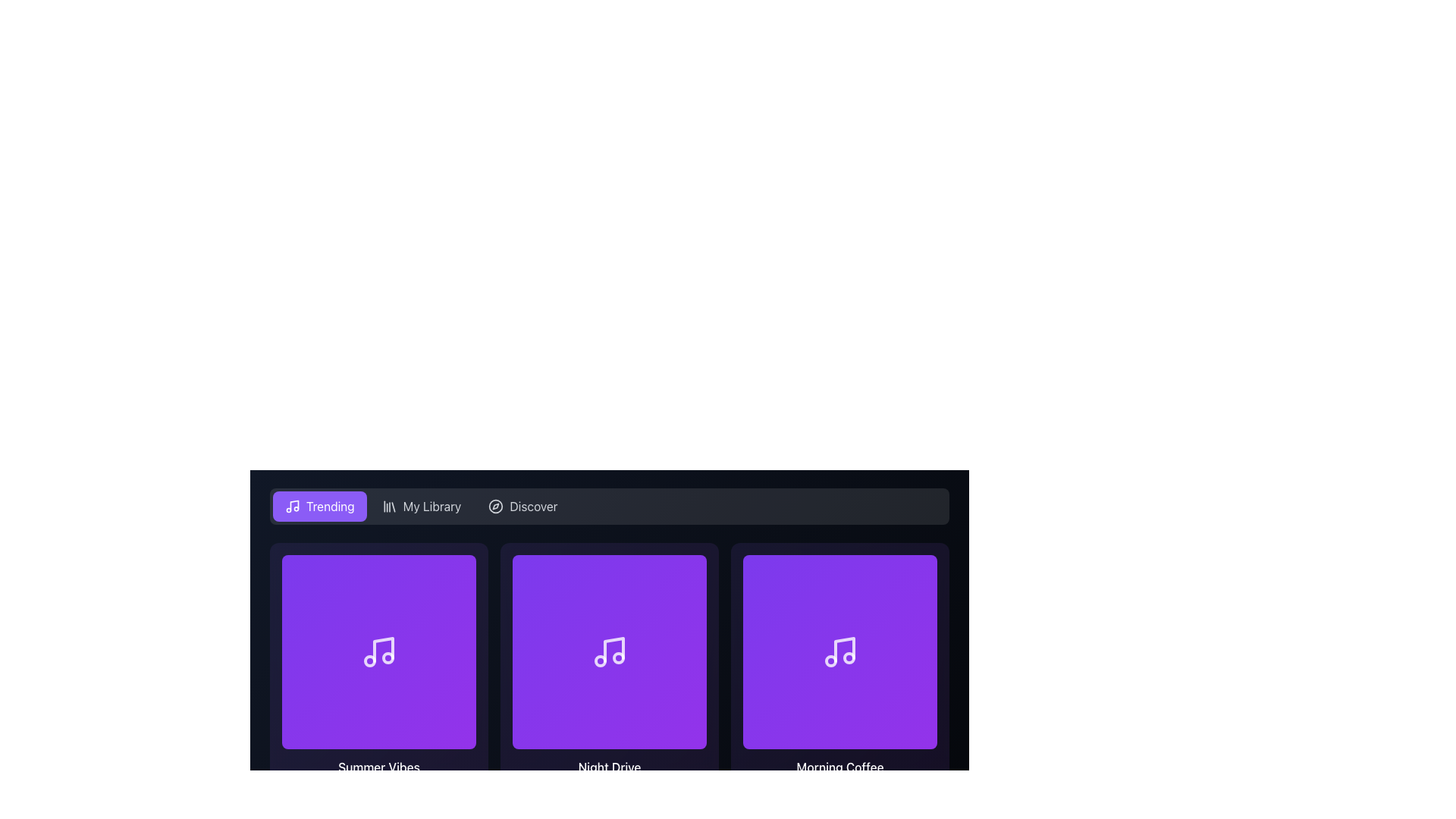 The image size is (1456, 819). I want to click on the music icon located at the center of the square tile with a gradient purple background, so click(610, 651).